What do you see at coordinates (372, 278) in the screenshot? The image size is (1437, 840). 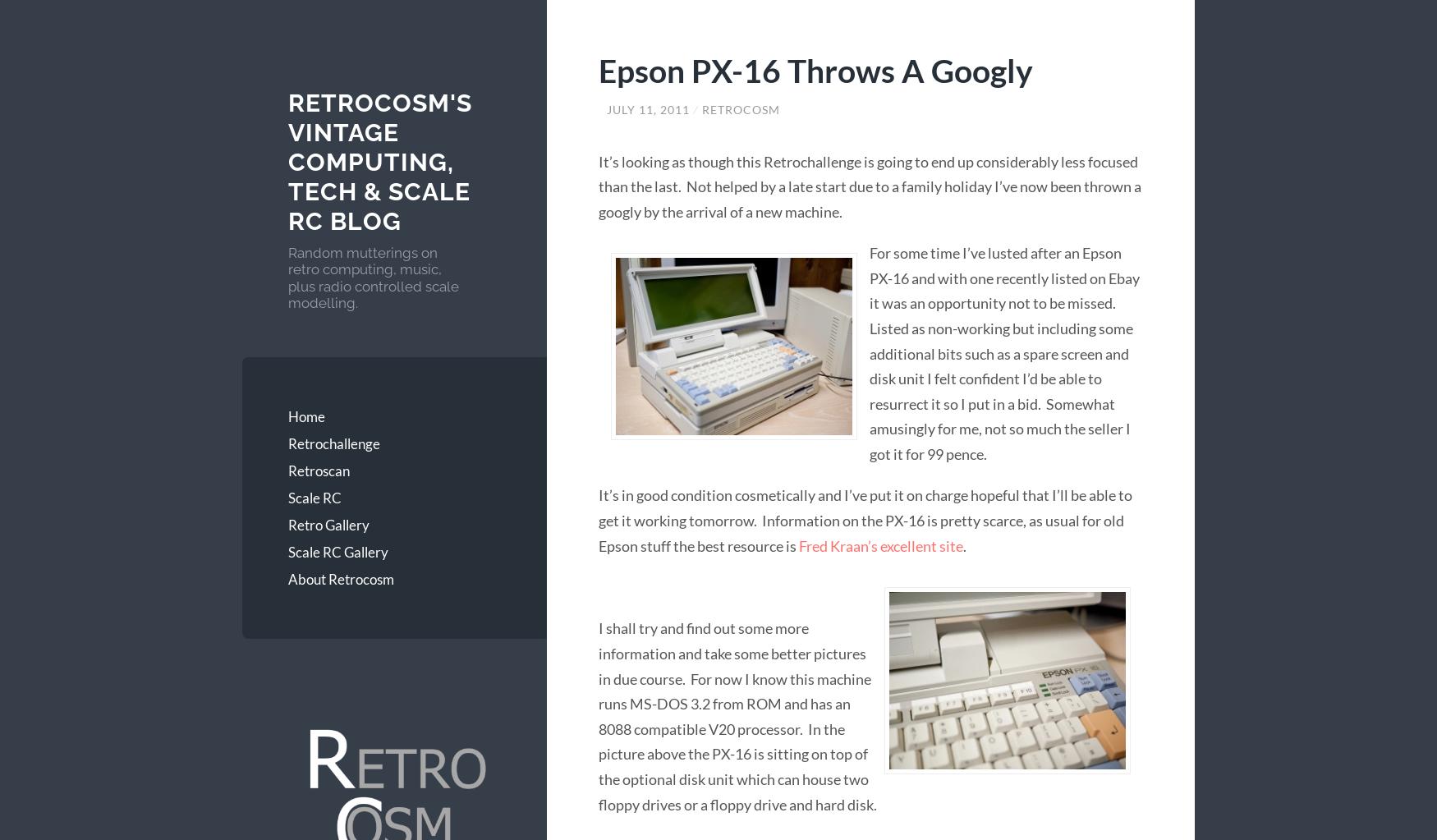 I see `'Random mutterings on retro computing, music, plus radio controlled scale modelling.'` at bounding box center [372, 278].